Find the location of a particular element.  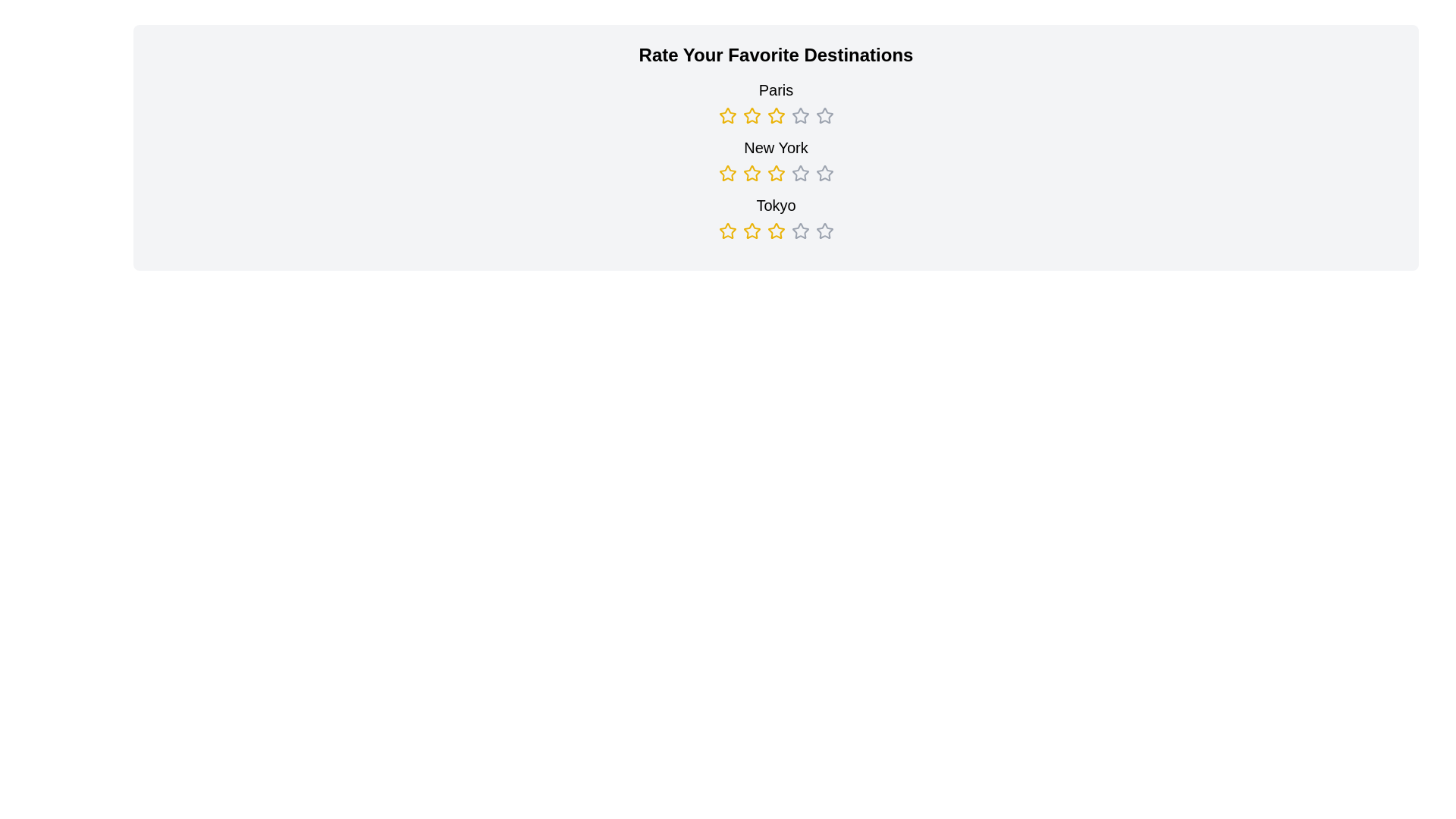

the fourth gray star icon in the rating row under 'Paris' is located at coordinates (824, 115).